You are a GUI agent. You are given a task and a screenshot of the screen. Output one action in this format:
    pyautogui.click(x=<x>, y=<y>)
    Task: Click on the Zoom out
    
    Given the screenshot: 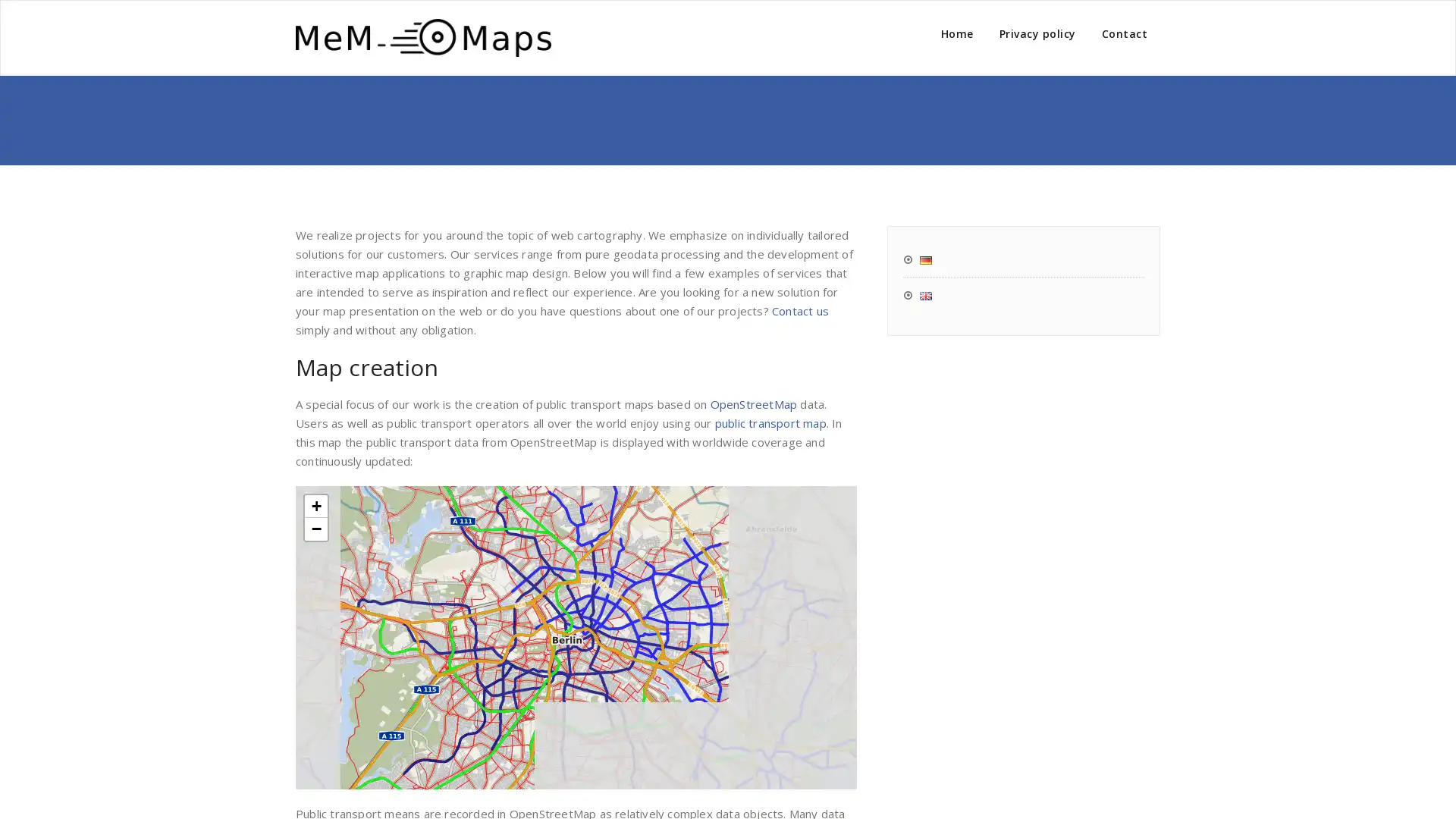 What is the action you would take?
    pyautogui.click(x=315, y=528)
    